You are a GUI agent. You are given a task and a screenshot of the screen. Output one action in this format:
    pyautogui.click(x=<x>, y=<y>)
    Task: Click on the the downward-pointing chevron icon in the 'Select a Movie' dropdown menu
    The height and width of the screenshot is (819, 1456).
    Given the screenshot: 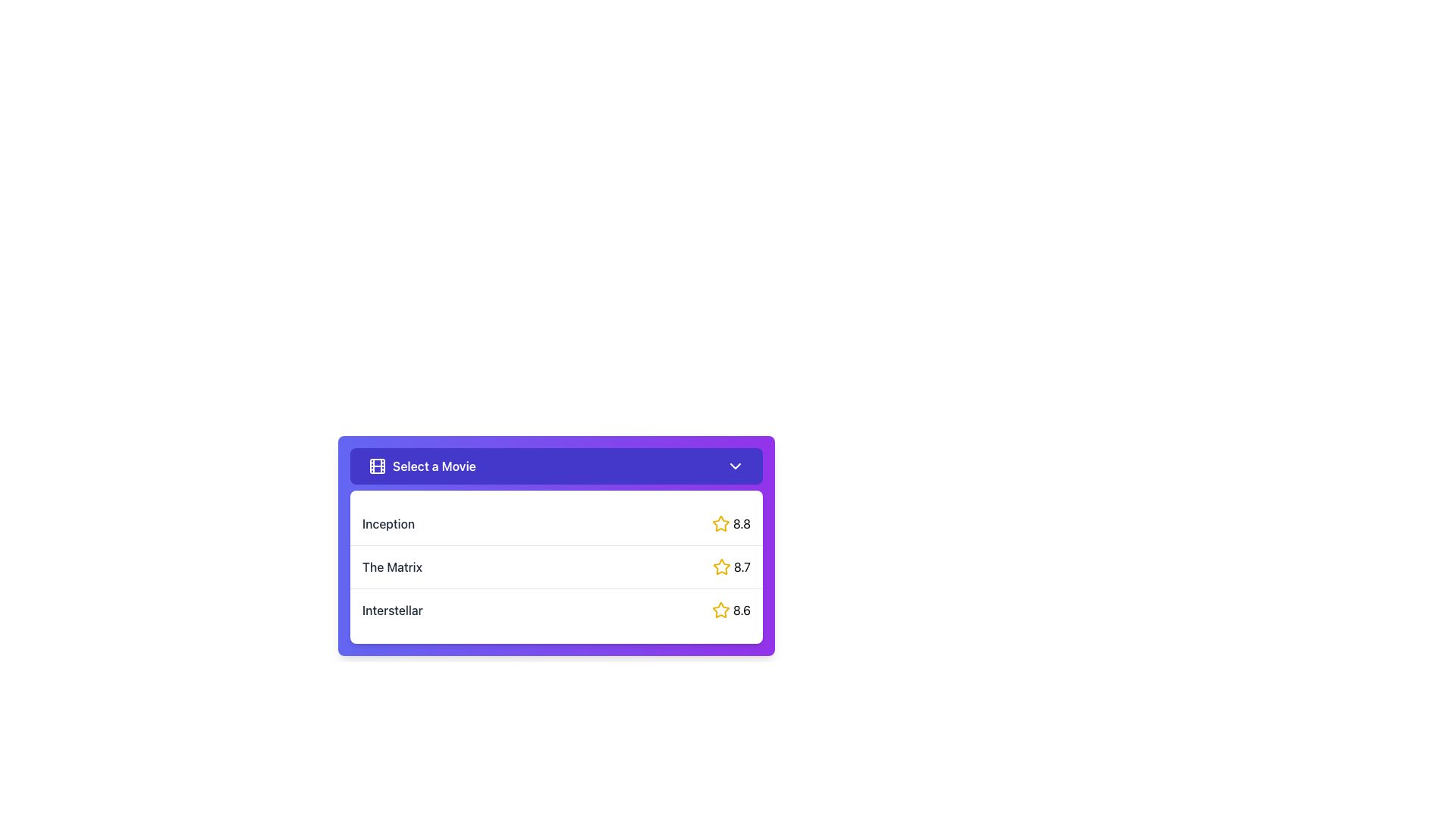 What is the action you would take?
    pyautogui.click(x=735, y=465)
    